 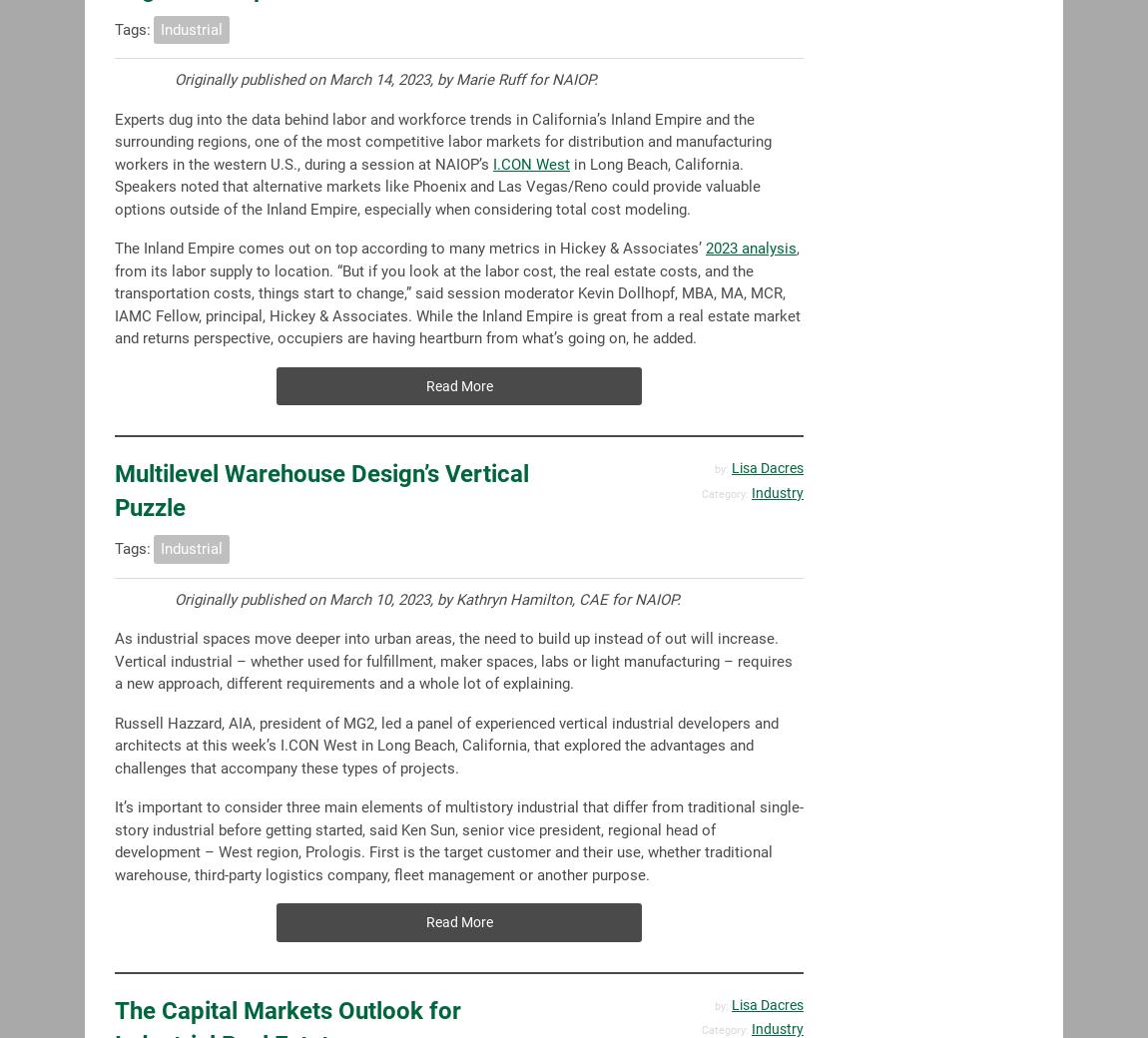 I want to click on 'As industrial spaces move deeper into urban areas, the need to build up instead of out will increase. Vertical industrial – whether used for fulfillment, maker spaces, labs or light manufacturing – requires a new approach, different requirements and a whole lot of explaining.', so click(x=453, y=661).